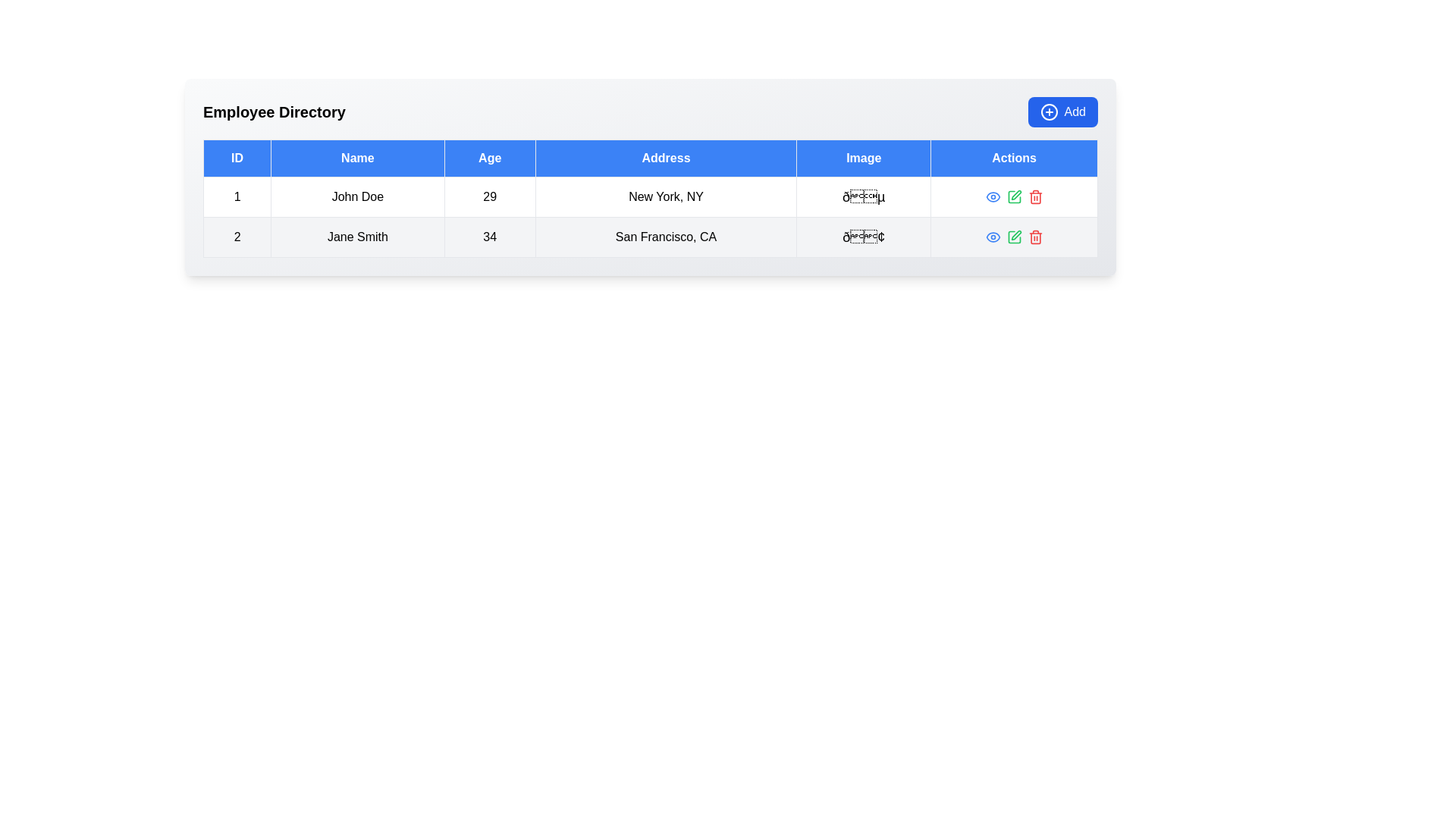 Image resolution: width=1456 pixels, height=819 pixels. What do you see at coordinates (490, 158) in the screenshot?
I see `the 'Age' column header in the table` at bounding box center [490, 158].